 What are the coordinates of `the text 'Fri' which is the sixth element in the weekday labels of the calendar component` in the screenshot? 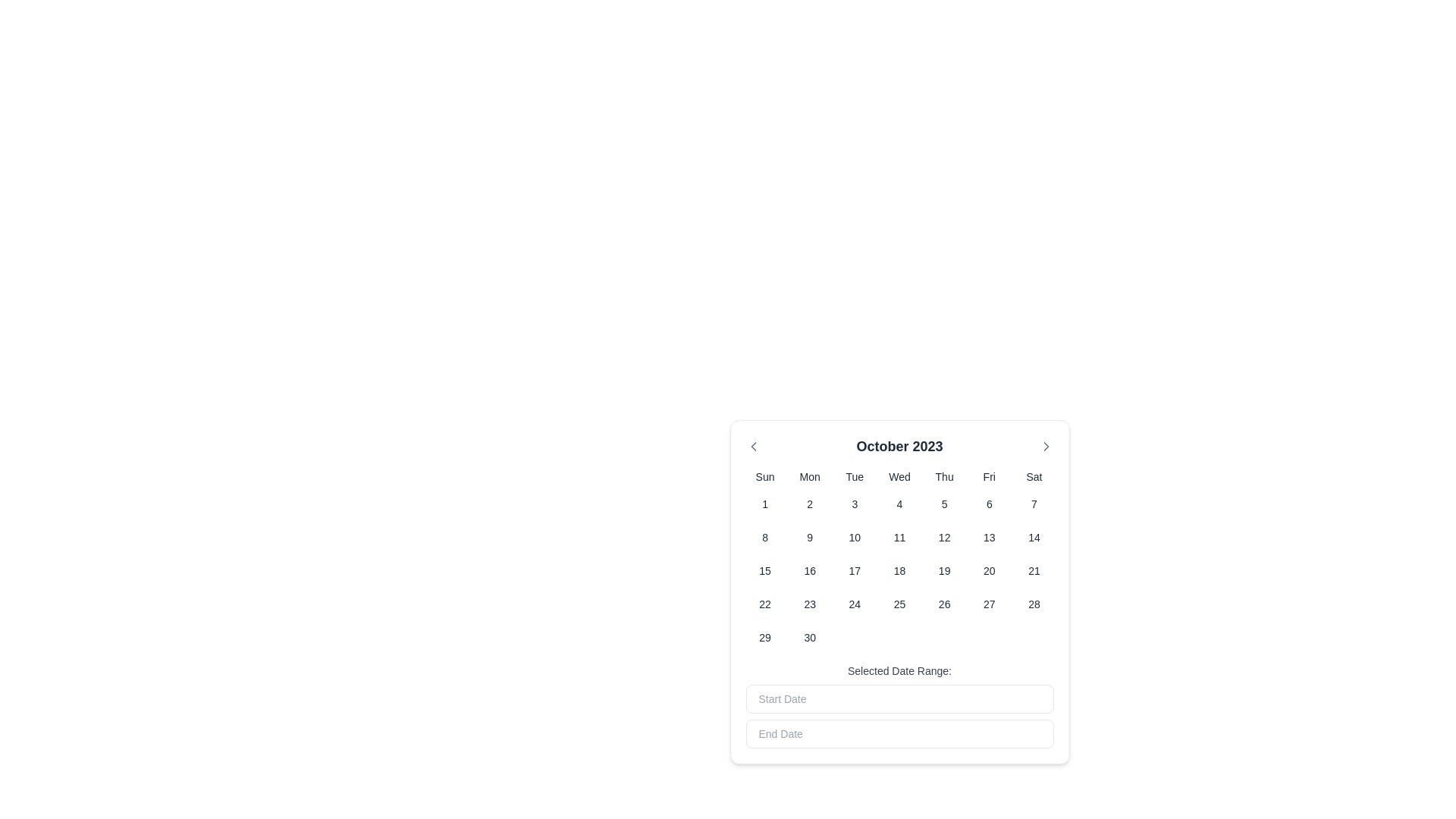 It's located at (989, 475).